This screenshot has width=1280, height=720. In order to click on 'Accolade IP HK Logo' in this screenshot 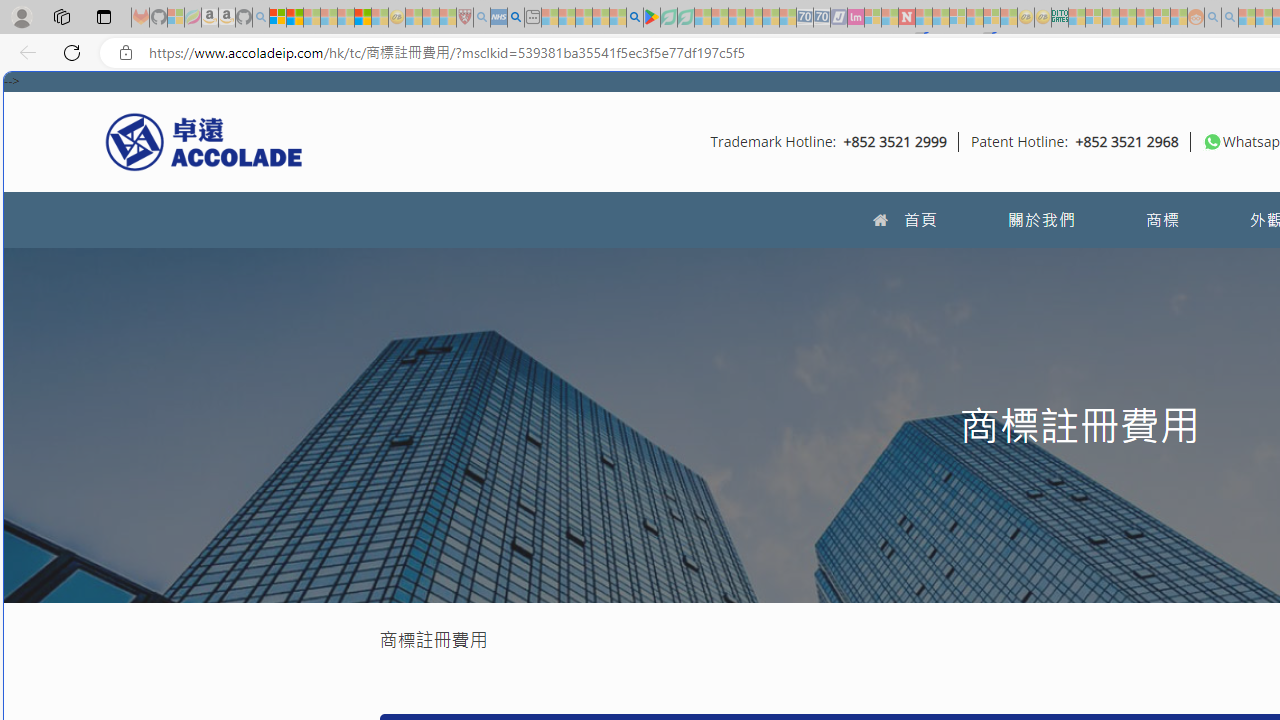, I will do `click(204, 140)`.